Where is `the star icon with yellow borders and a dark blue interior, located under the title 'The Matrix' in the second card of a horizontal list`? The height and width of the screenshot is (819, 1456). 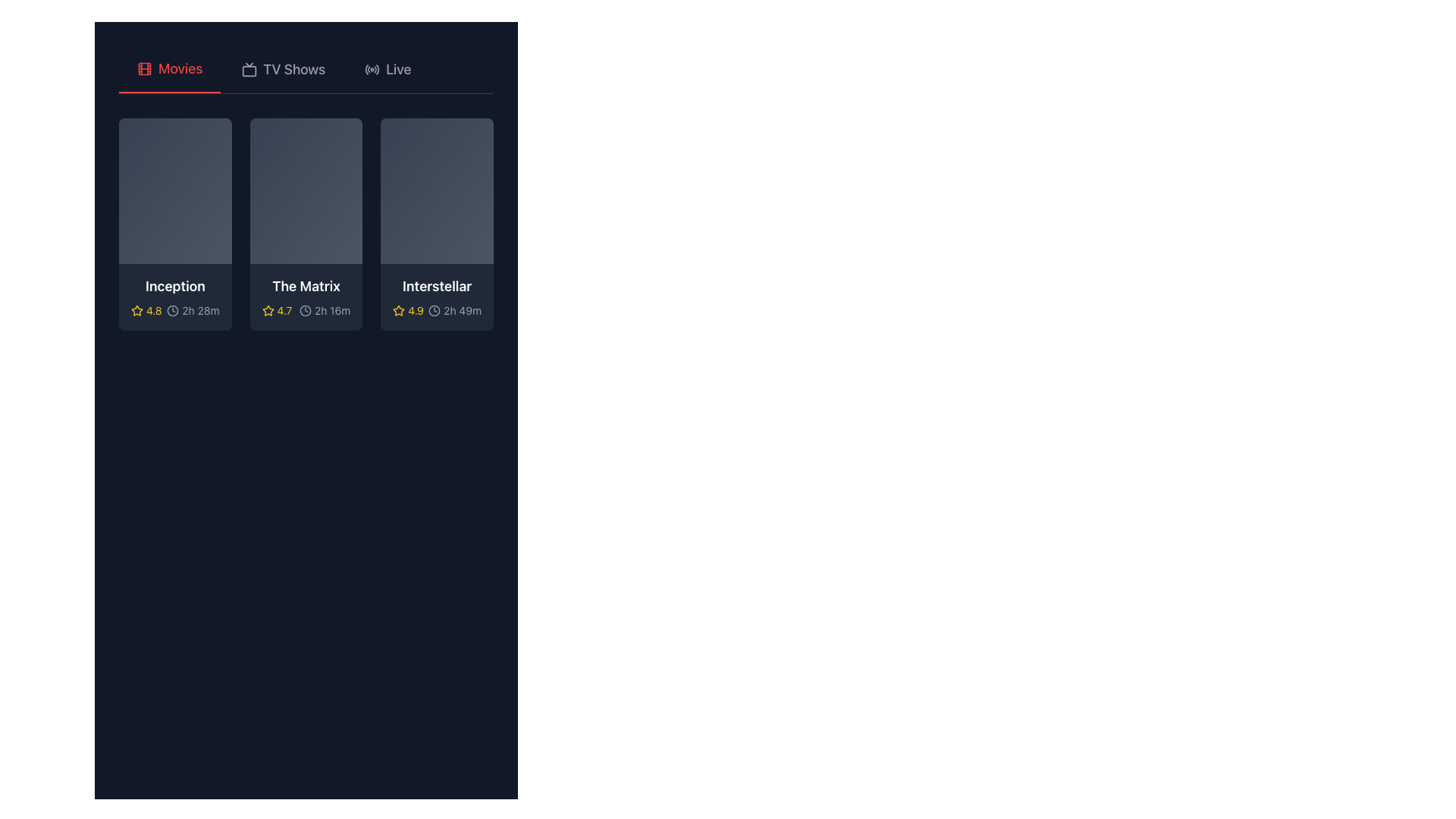
the star icon with yellow borders and a dark blue interior, located under the title 'The Matrix' in the second card of a horizontal list is located at coordinates (268, 309).